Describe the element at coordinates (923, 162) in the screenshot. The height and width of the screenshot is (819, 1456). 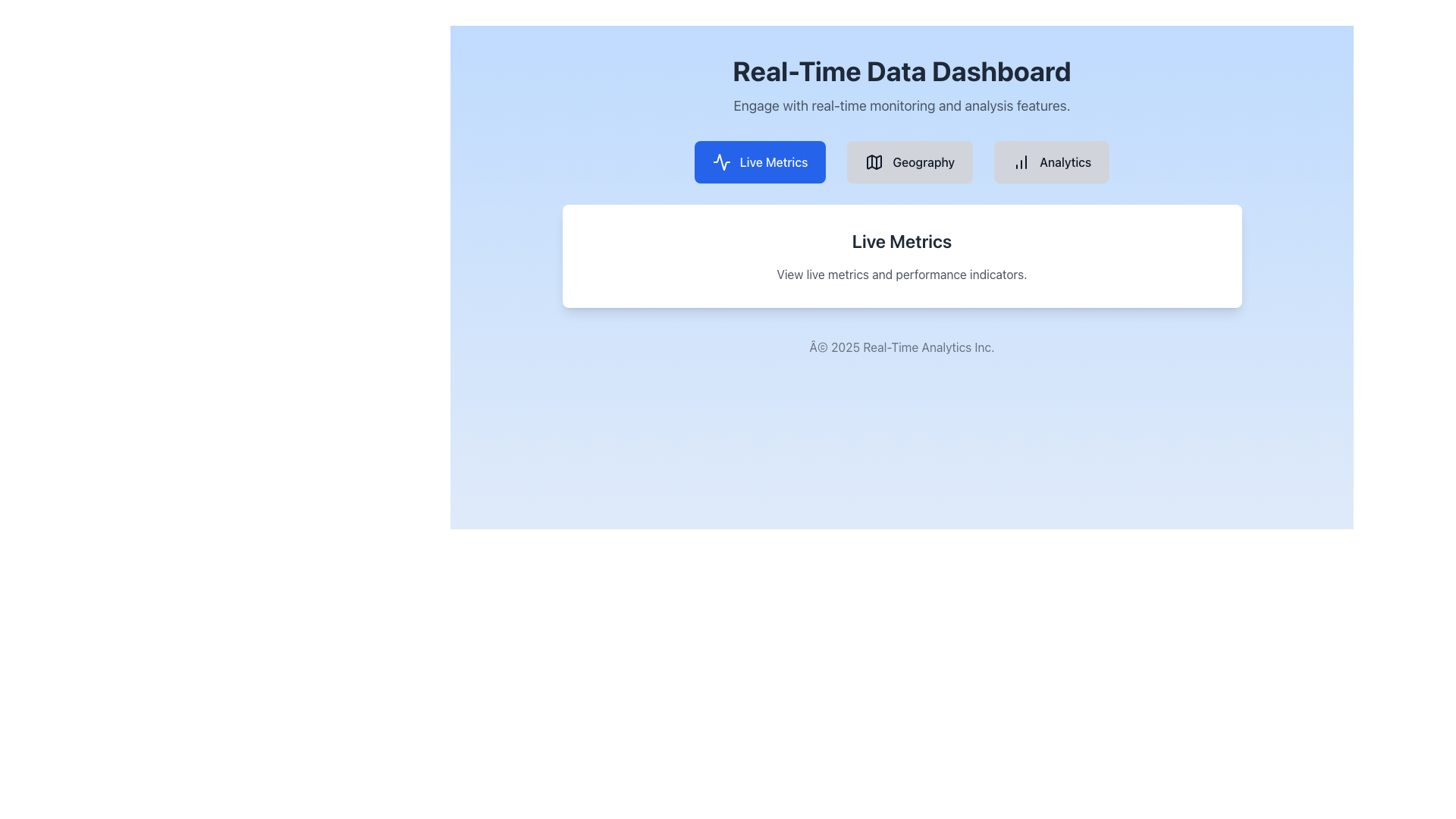
I see `text label for the Geography section, which is the second button in the row of three buttons below the 'Real-Time Data Dashboard' heading` at that location.